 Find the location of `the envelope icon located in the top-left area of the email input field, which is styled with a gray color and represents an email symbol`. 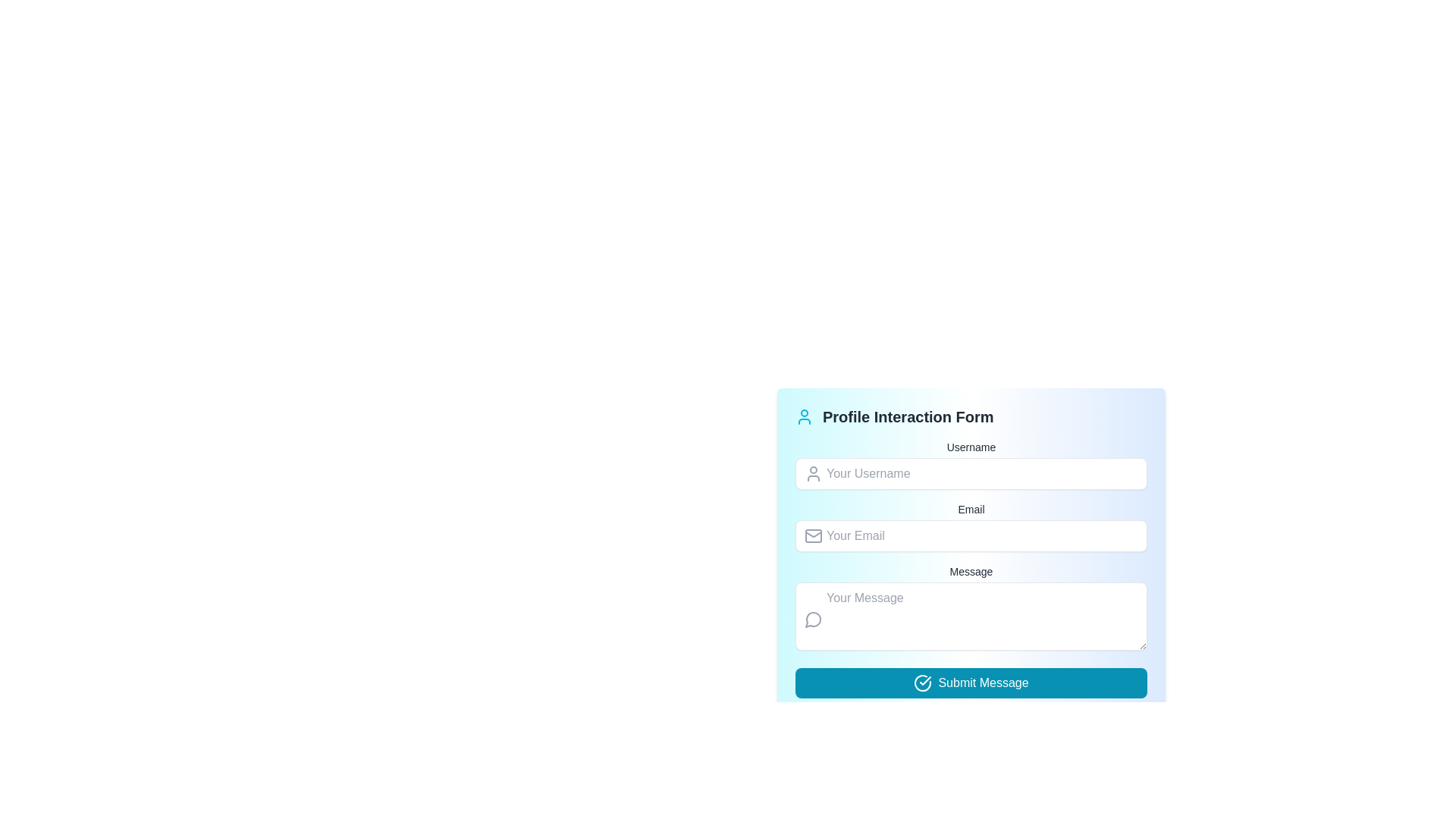

the envelope icon located in the top-left area of the email input field, which is styled with a gray color and represents an email symbol is located at coordinates (813, 535).